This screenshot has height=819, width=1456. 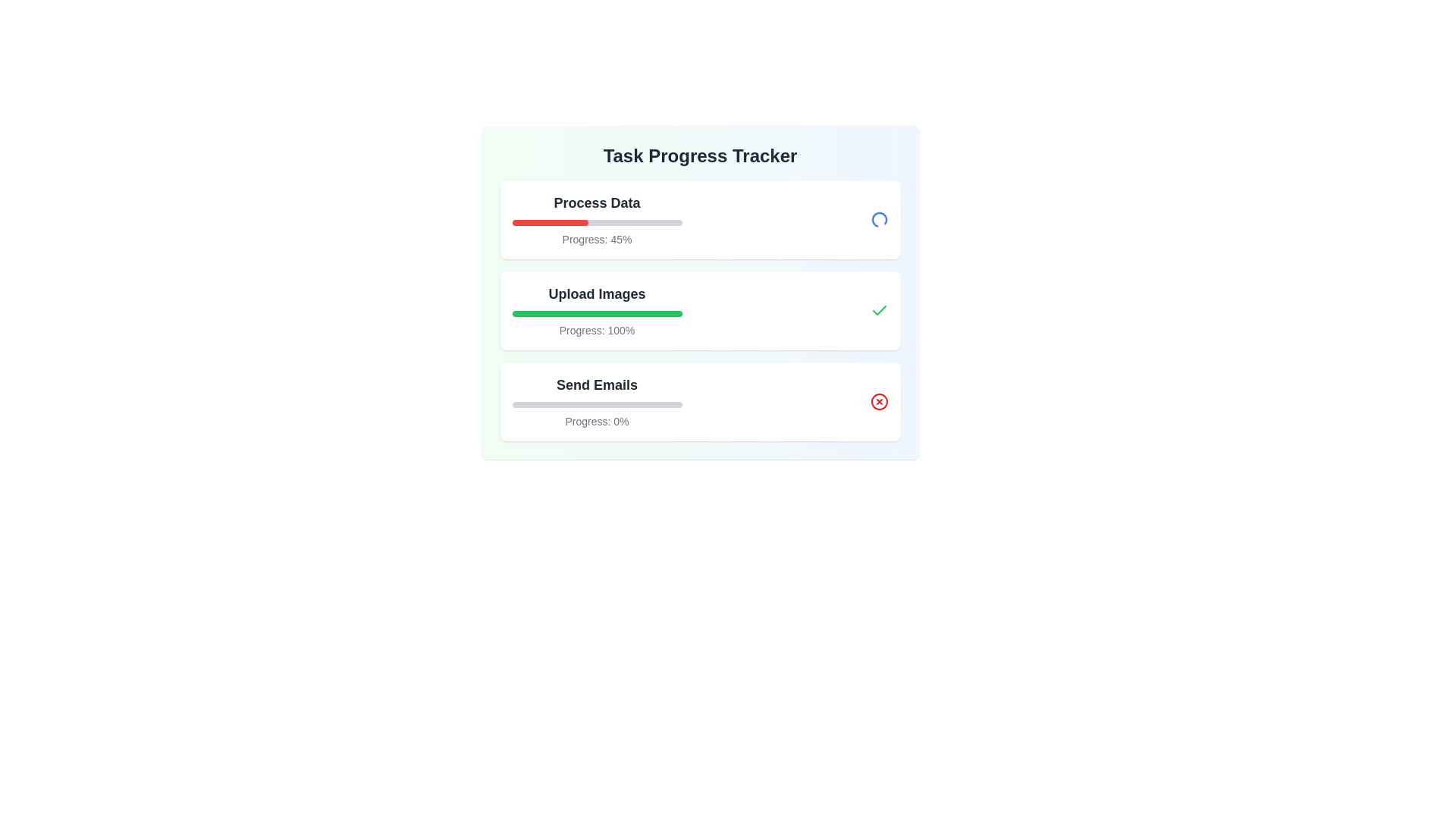 What do you see at coordinates (596, 400) in the screenshot?
I see `the progress bar of the 'Send Emails' task in the Progress Tracker` at bounding box center [596, 400].